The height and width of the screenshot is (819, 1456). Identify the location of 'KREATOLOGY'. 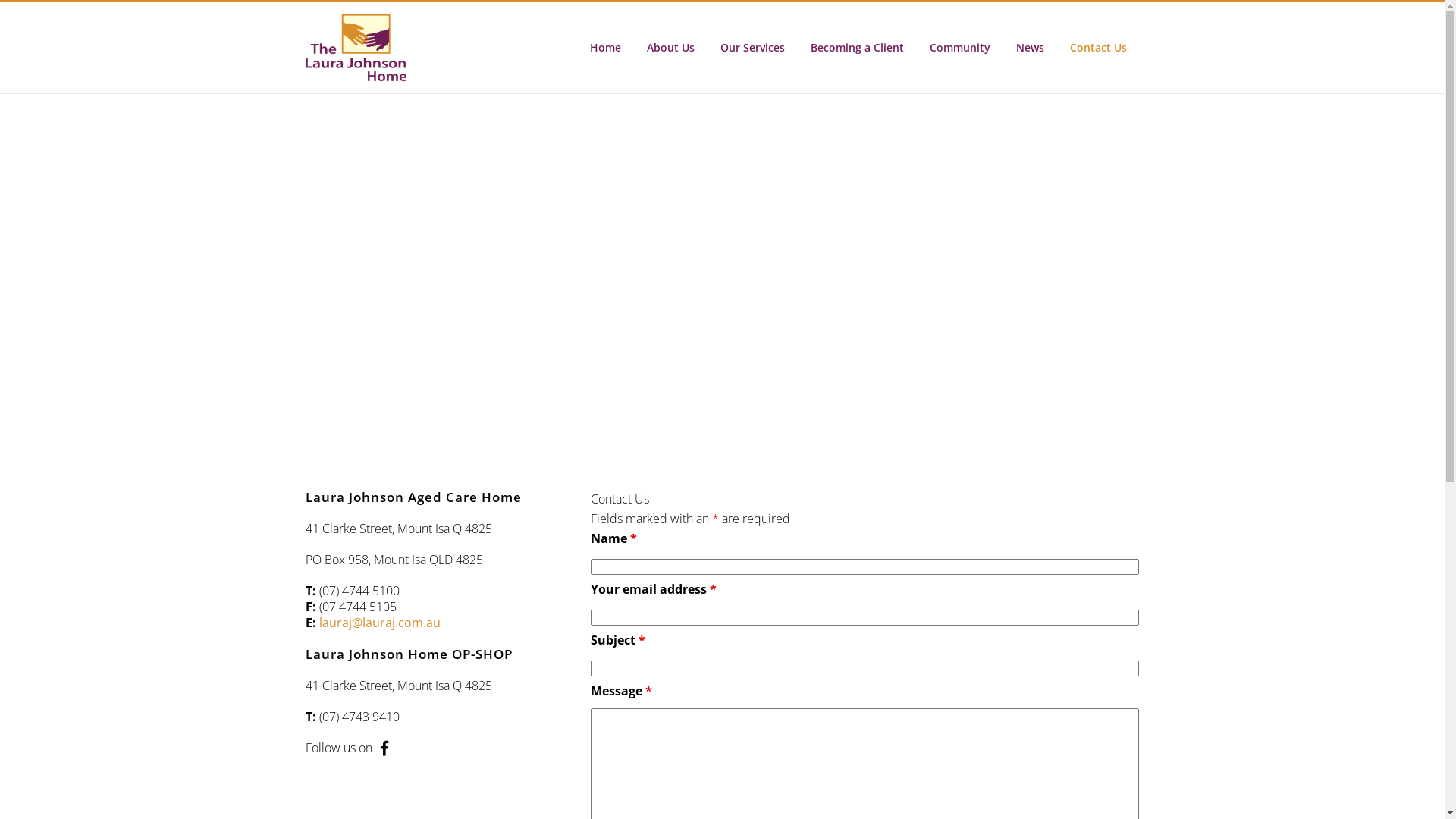
(832, 786).